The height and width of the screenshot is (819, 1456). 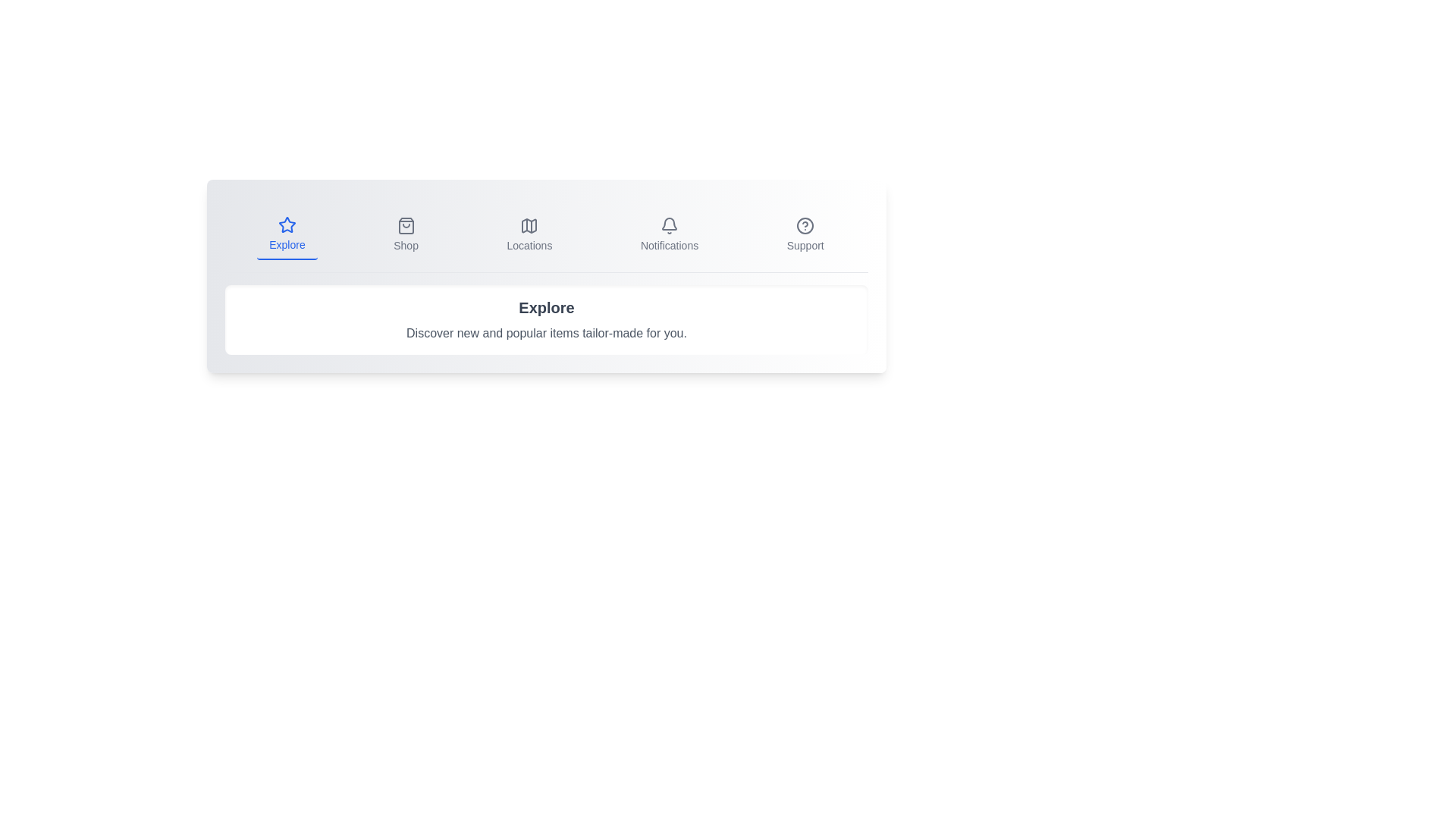 I want to click on the Text label in the navigation bar that clarifies the purpose of the shopping bag icon above it, so click(x=406, y=245).